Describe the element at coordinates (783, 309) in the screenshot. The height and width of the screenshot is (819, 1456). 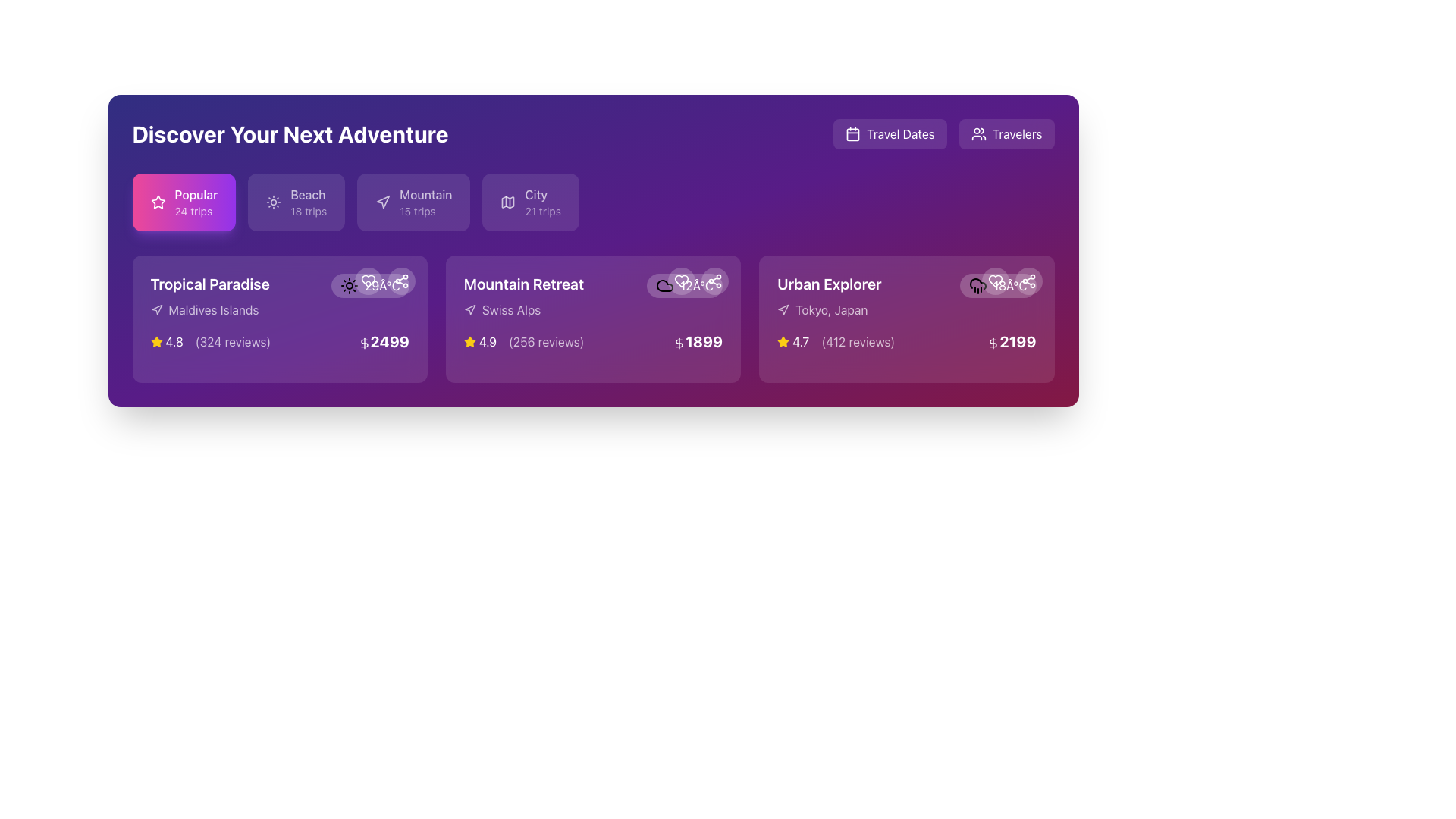
I see `the navigation/location icon, which is an arrow-like icon positioned to the left of the text 'Tokyo, Japan' in the 'Urban Explorer' card, located in the upper-right area of the interface` at that location.